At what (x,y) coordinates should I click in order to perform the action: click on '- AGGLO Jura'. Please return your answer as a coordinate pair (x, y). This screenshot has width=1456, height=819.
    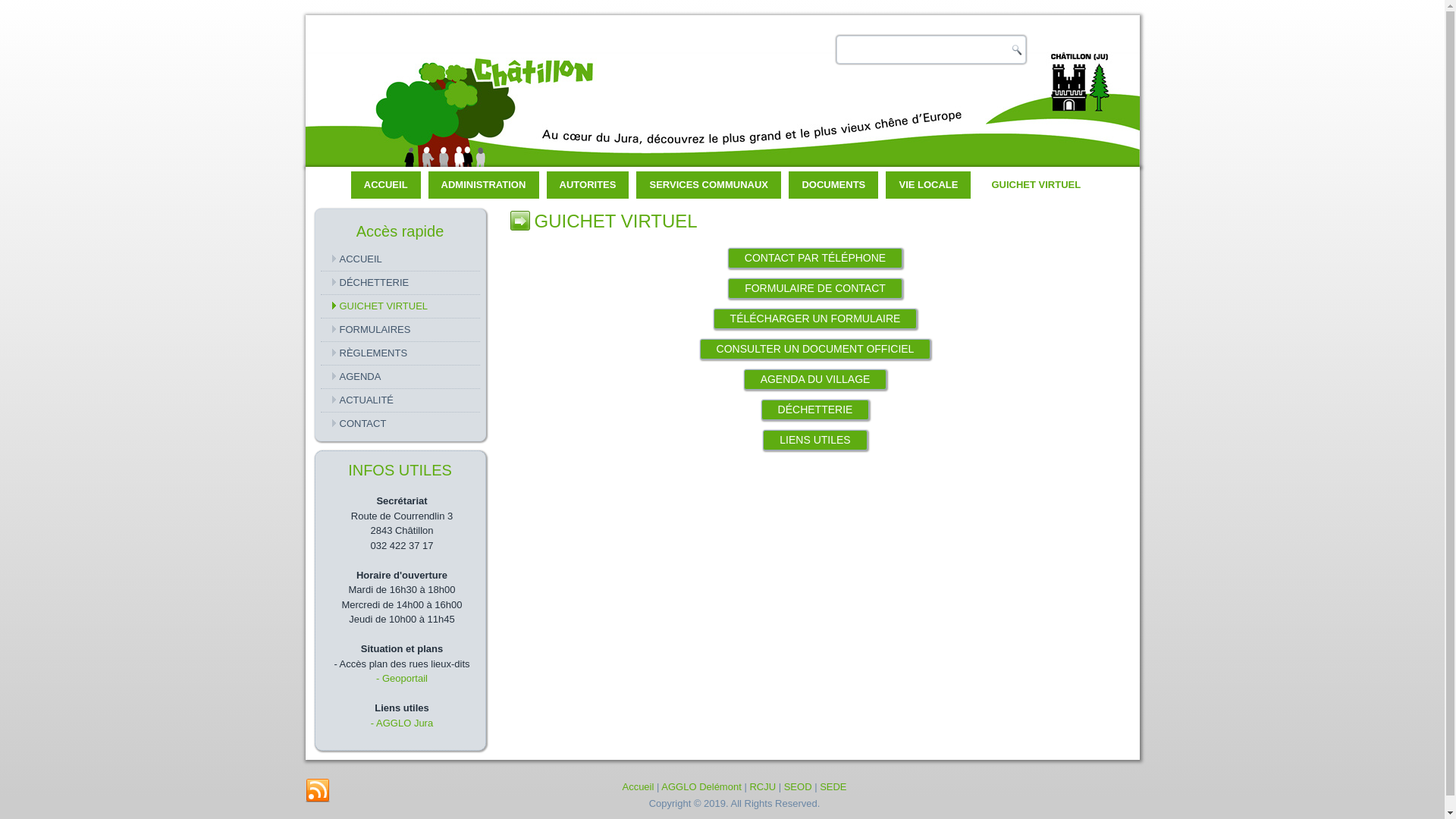
    Looking at the image, I should click on (401, 722).